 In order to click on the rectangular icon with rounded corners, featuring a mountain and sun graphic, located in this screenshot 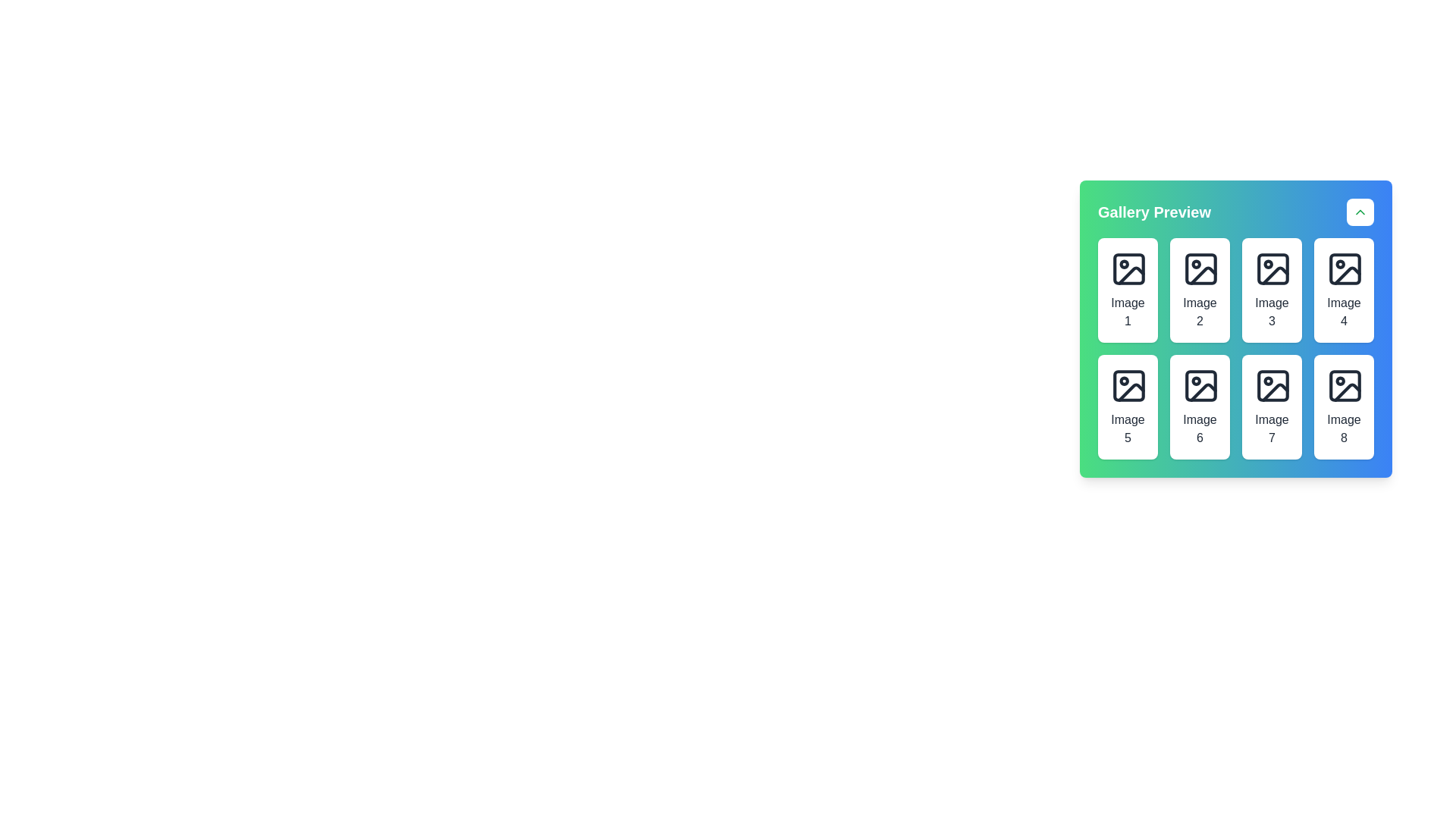, I will do `click(1273, 385)`.